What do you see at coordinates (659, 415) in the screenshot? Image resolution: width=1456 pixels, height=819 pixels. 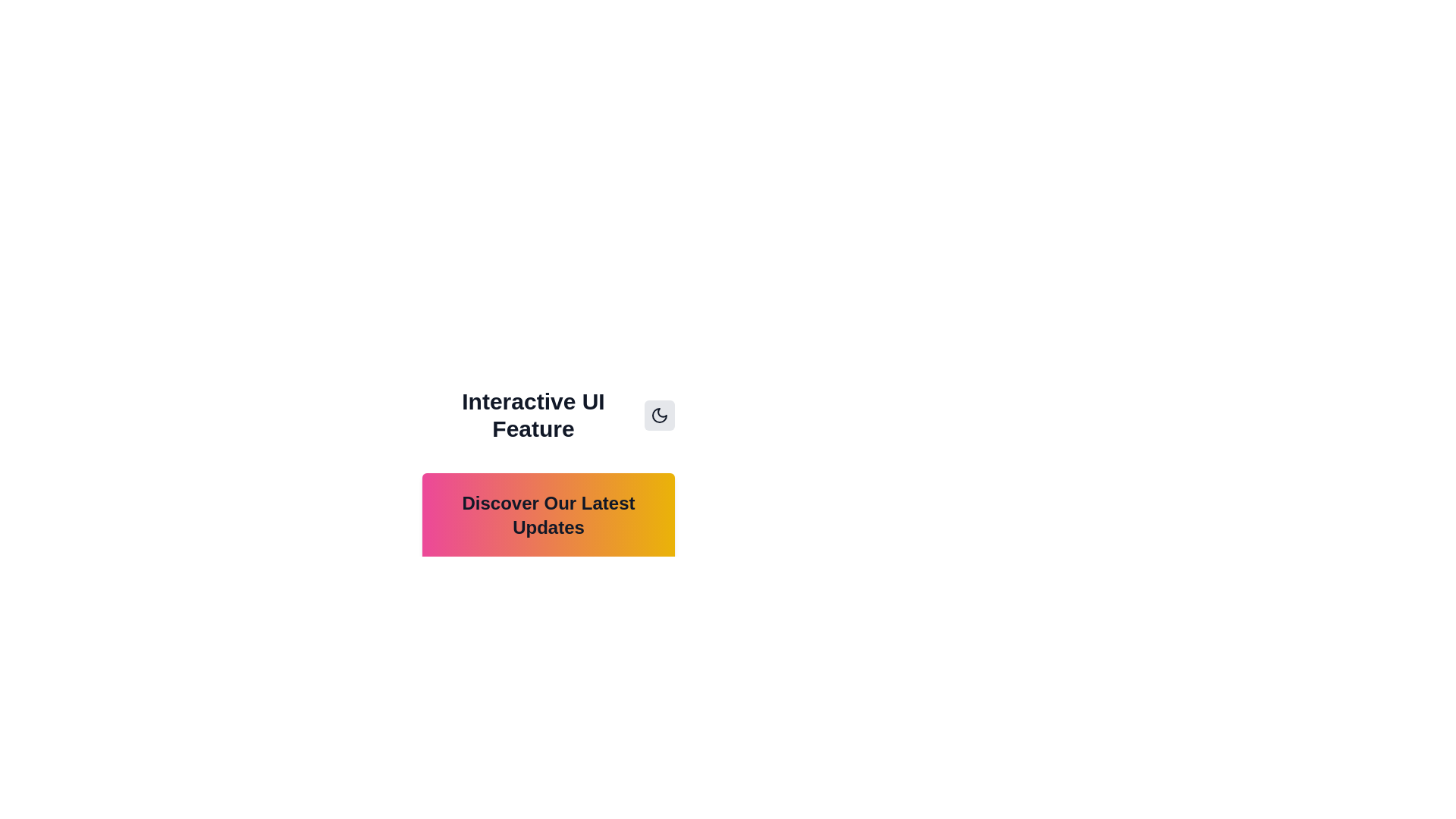 I see `the moon icon located at the top-right side of the 'Interactive UI Feature' label, which indicates the toggle for night mode` at bounding box center [659, 415].